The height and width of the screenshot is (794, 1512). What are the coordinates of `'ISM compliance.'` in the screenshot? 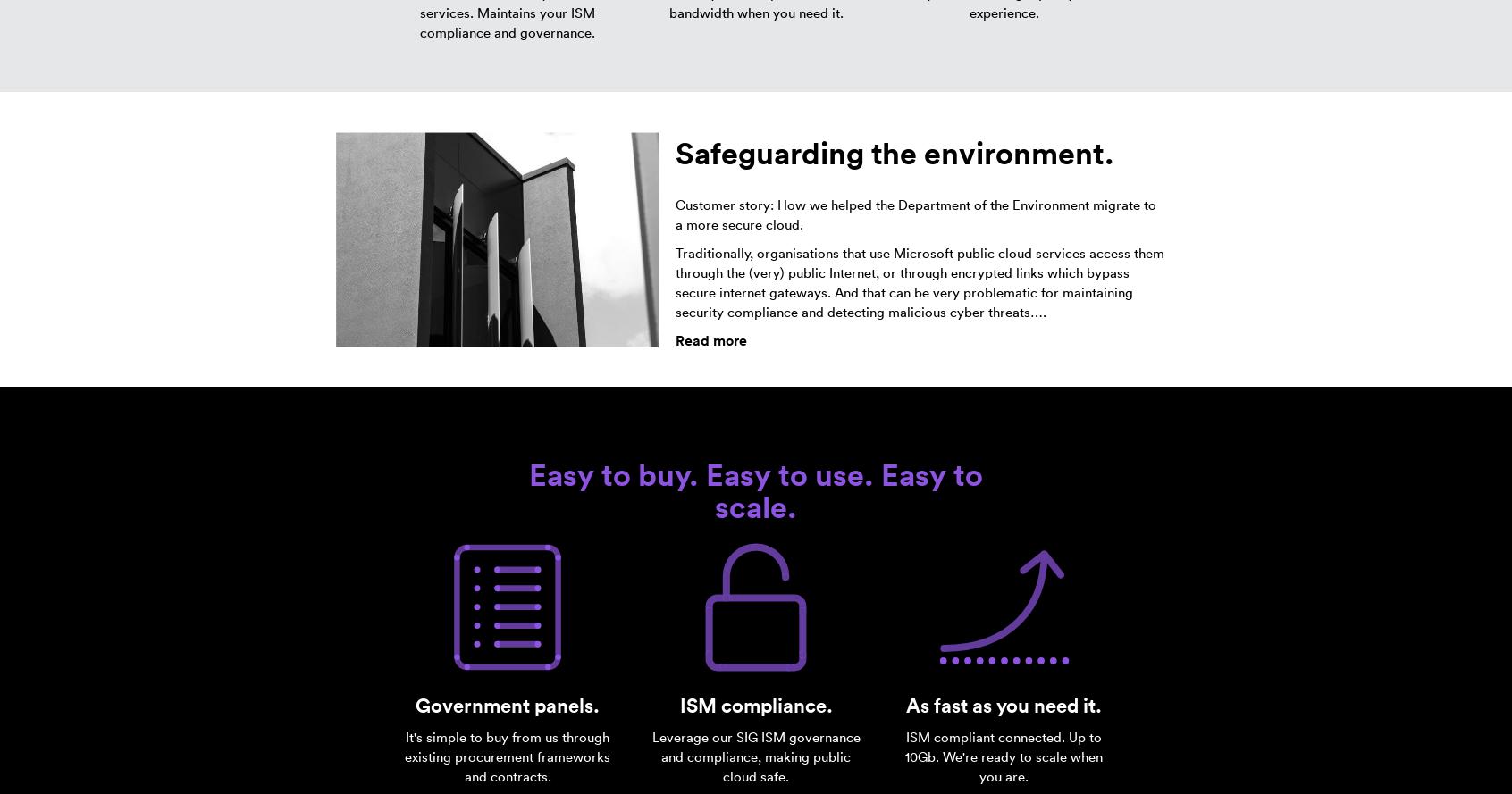 It's located at (755, 705).